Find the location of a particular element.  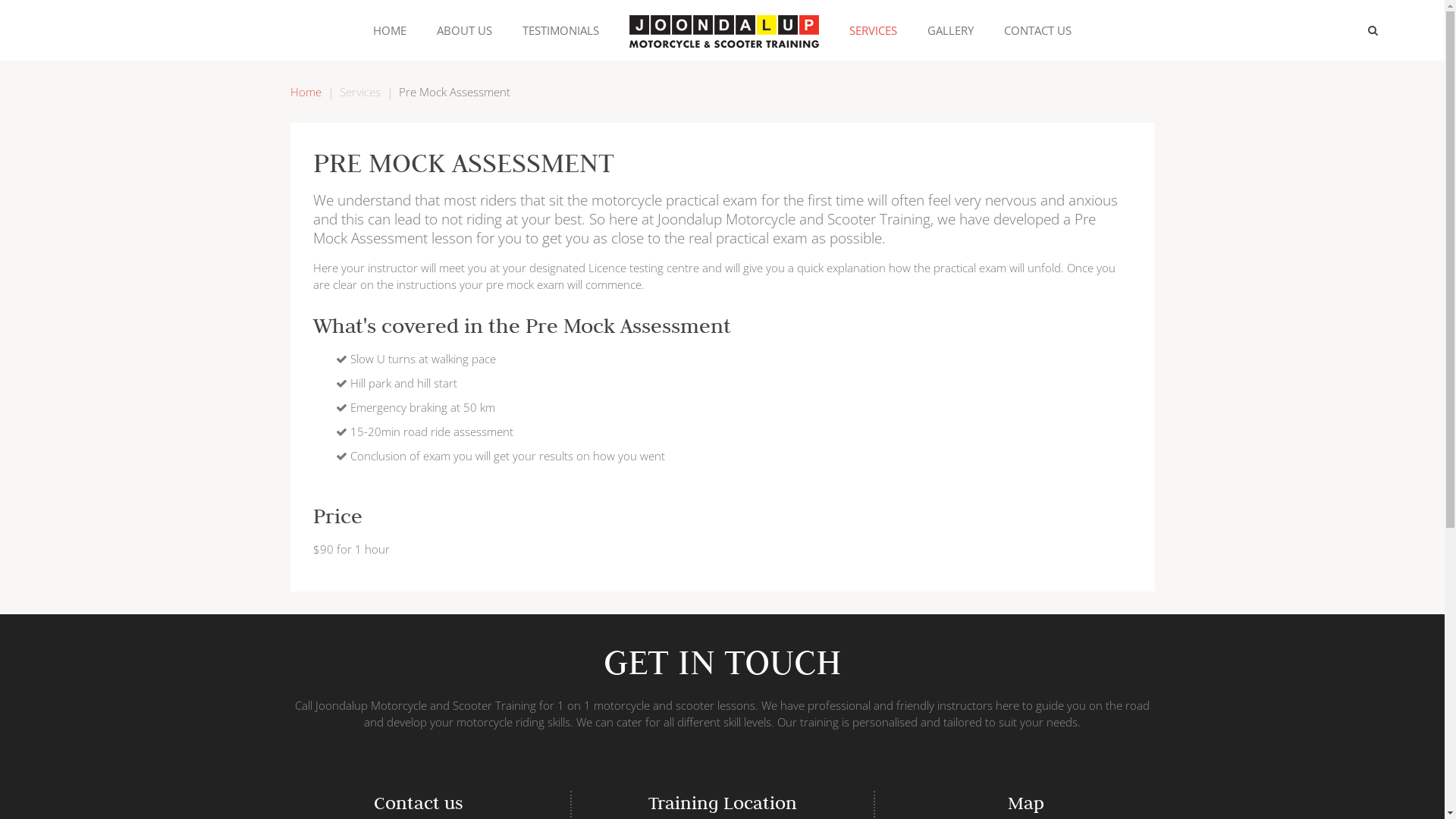

'Home' is located at coordinates (290, 91).